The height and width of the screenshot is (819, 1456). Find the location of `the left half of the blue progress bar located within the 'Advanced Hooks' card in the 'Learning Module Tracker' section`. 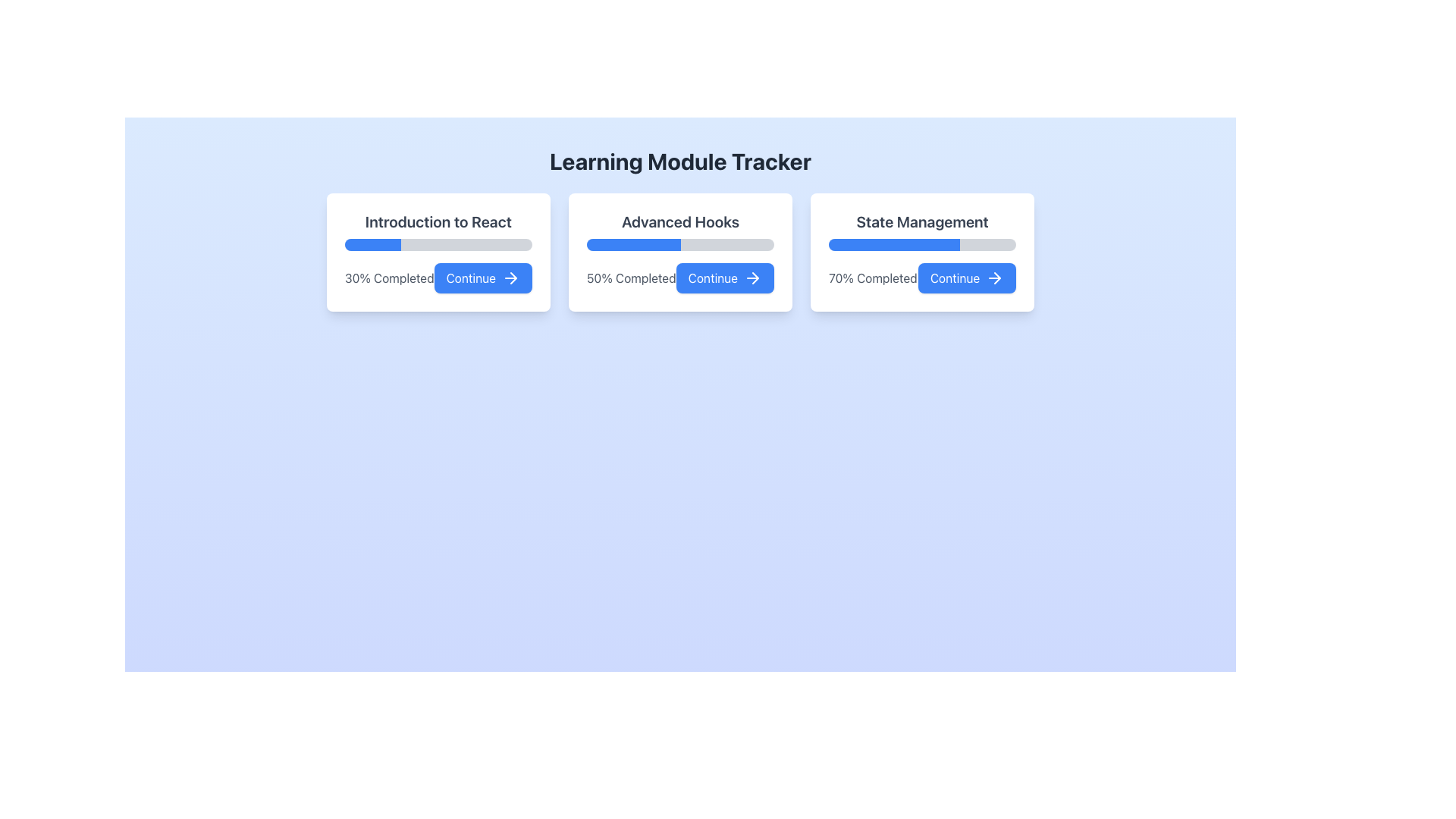

the left half of the blue progress bar located within the 'Advanced Hooks' card in the 'Learning Module Tracker' section is located at coordinates (633, 244).